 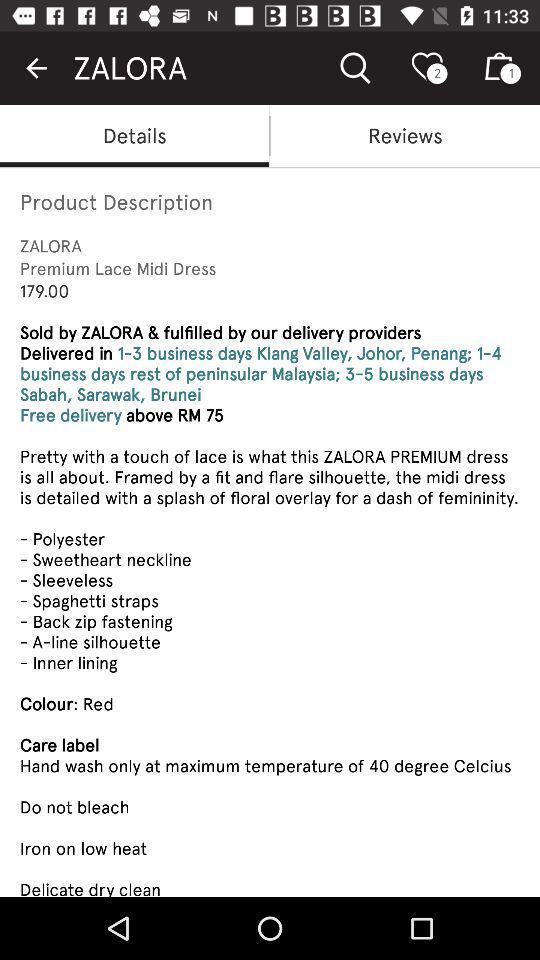 What do you see at coordinates (36, 68) in the screenshot?
I see `item to the left of the zalora` at bounding box center [36, 68].